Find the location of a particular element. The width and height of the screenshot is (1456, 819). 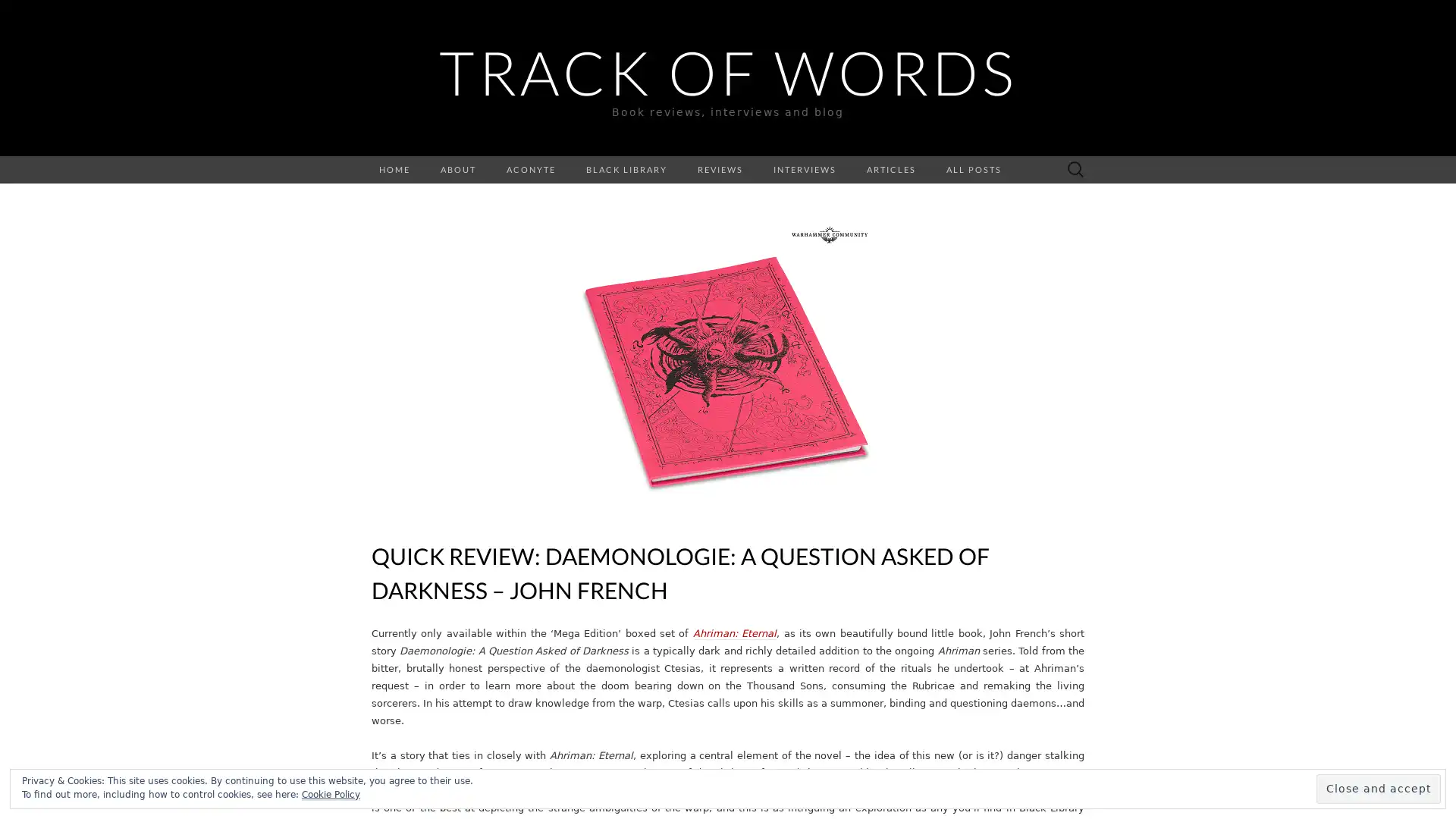

Close and accept is located at coordinates (1379, 788).